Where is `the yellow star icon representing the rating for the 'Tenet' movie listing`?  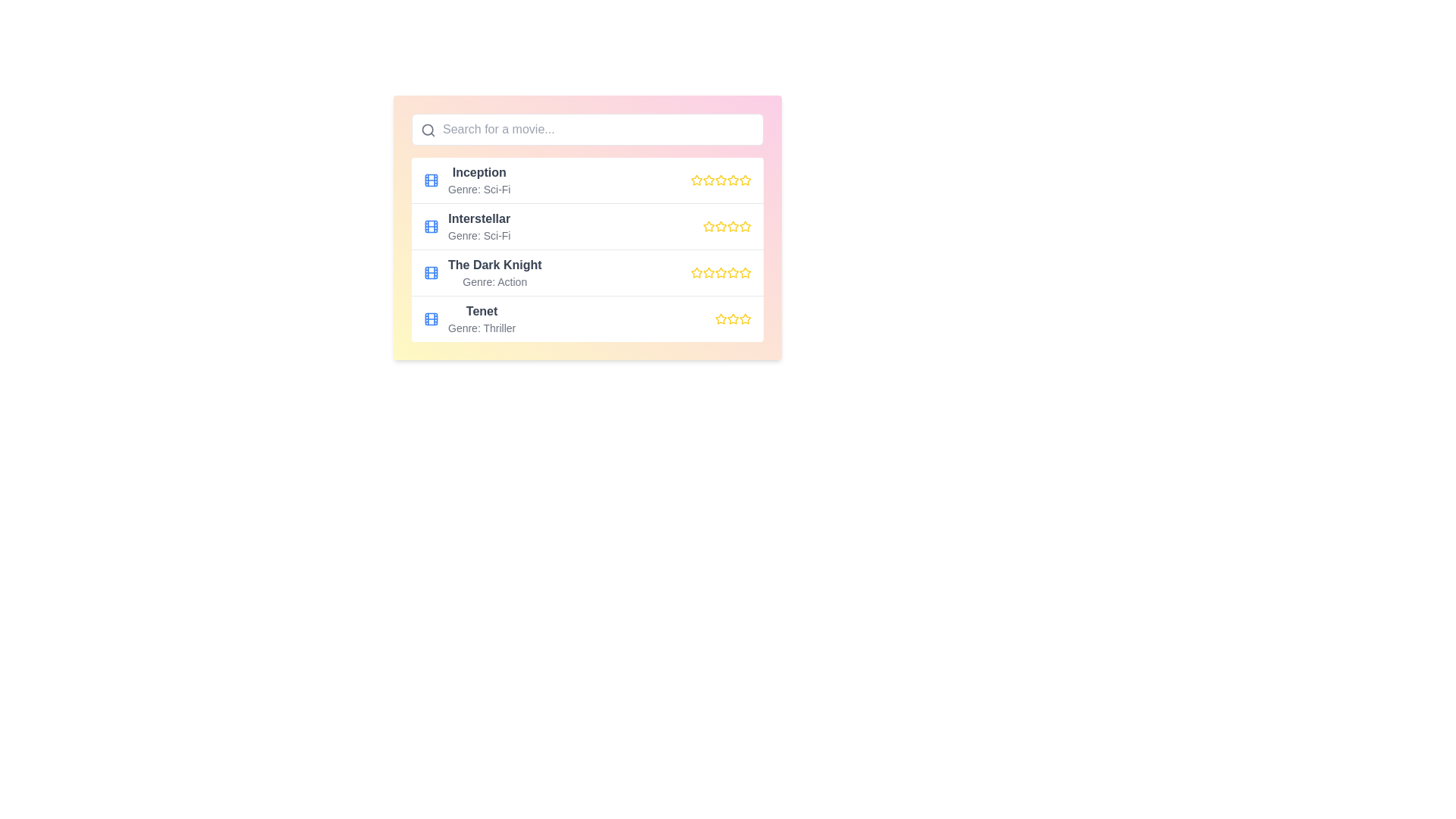 the yellow star icon representing the rating for the 'Tenet' movie listing is located at coordinates (745, 318).